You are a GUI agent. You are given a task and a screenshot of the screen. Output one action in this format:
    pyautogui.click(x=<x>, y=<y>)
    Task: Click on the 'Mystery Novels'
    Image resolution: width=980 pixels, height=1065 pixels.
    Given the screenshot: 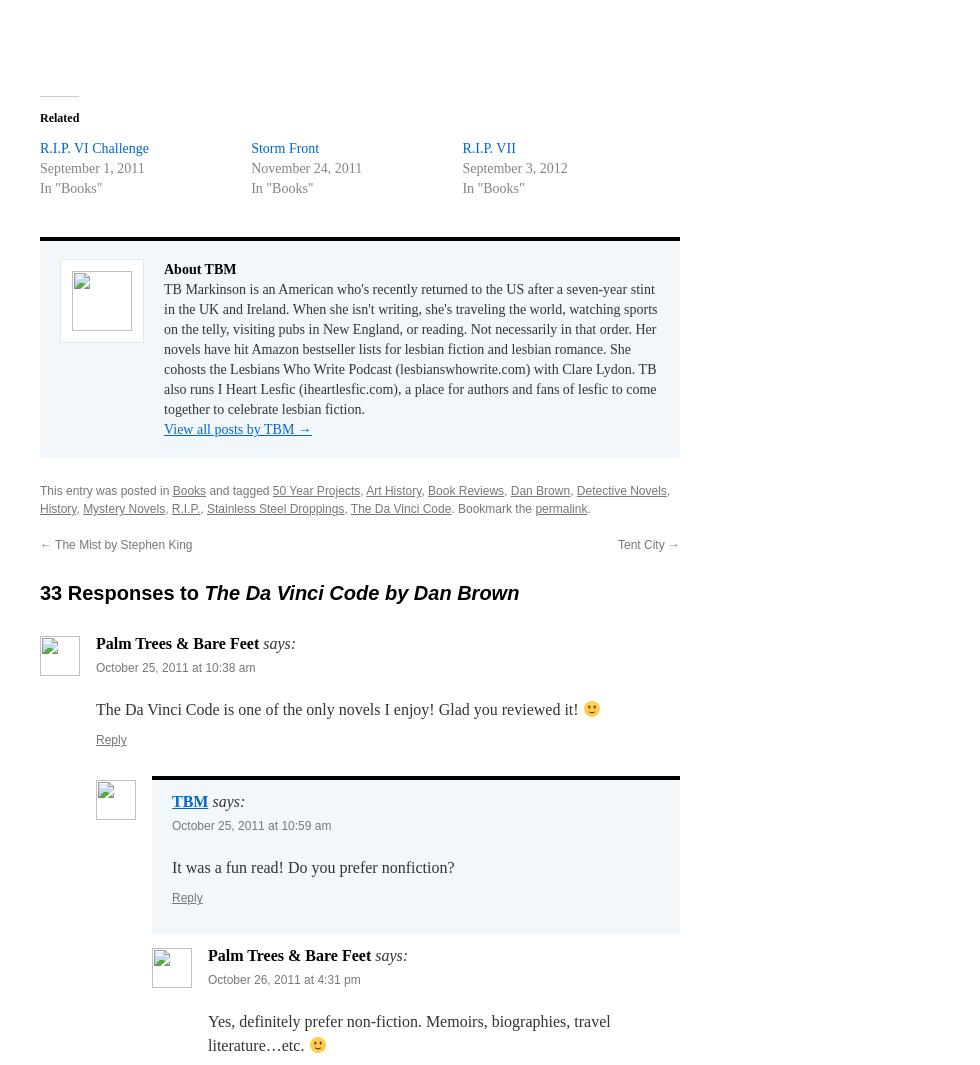 What is the action you would take?
    pyautogui.click(x=123, y=507)
    